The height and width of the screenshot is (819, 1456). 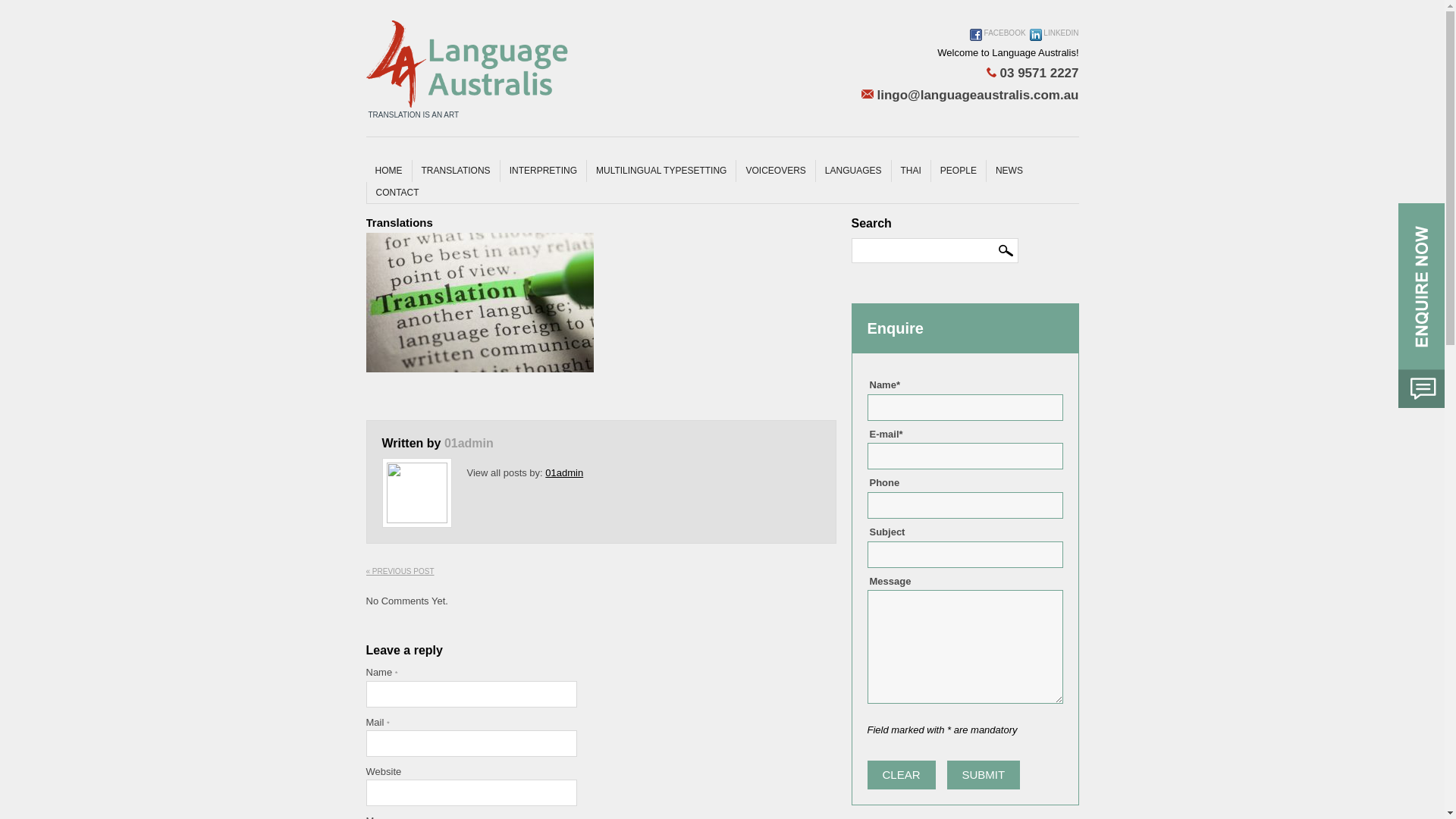 What do you see at coordinates (466, 63) in the screenshot?
I see `'Translation is an Art'` at bounding box center [466, 63].